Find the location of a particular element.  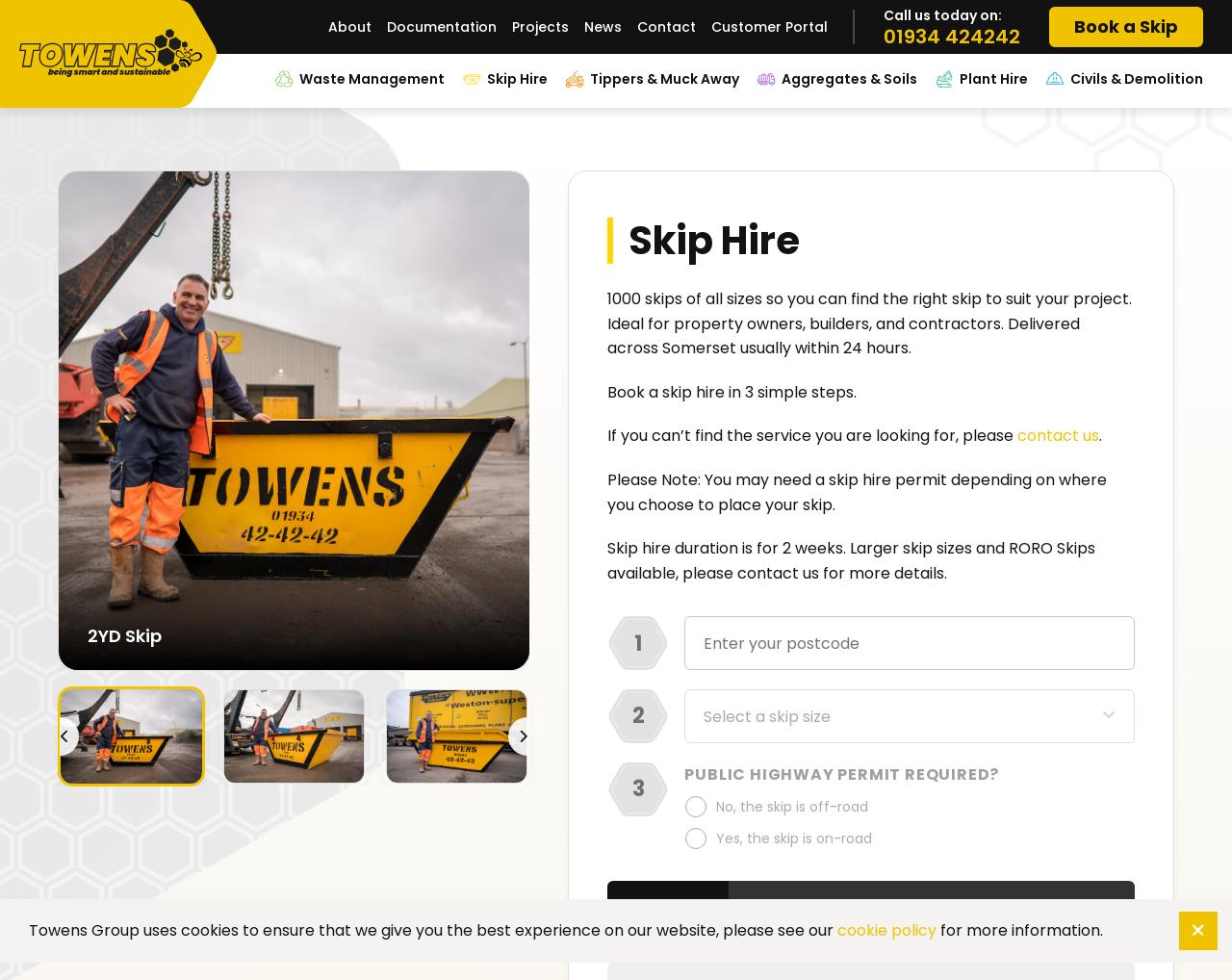

'PUBLIC HIGHWAY PERMIT REQUIRED?' is located at coordinates (841, 773).